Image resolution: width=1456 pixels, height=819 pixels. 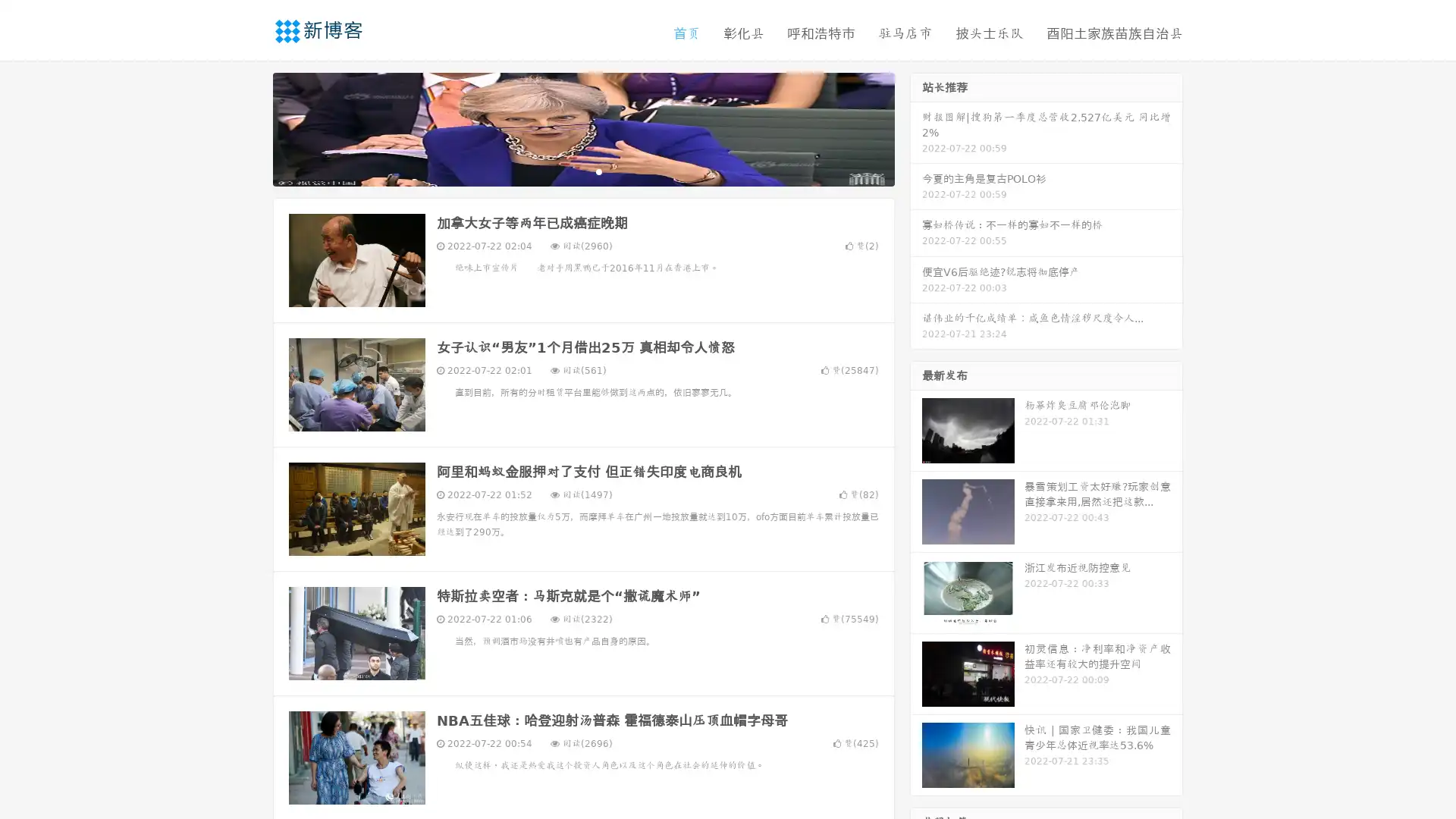 I want to click on Next slide, so click(x=916, y=127).